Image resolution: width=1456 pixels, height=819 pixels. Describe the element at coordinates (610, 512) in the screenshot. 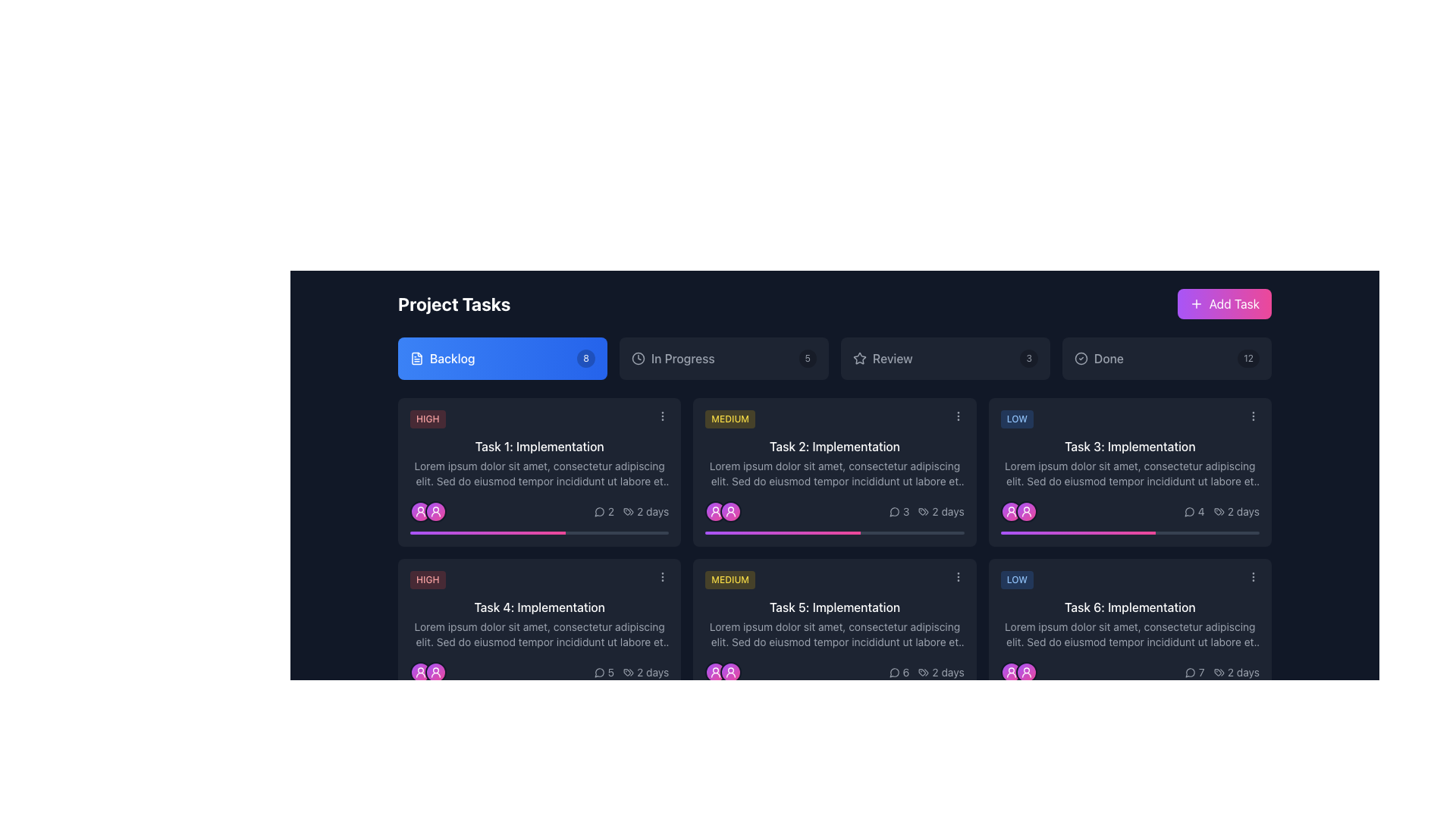

I see `the numeral '2' displayed in light gray next to a speech bubble icon` at that location.